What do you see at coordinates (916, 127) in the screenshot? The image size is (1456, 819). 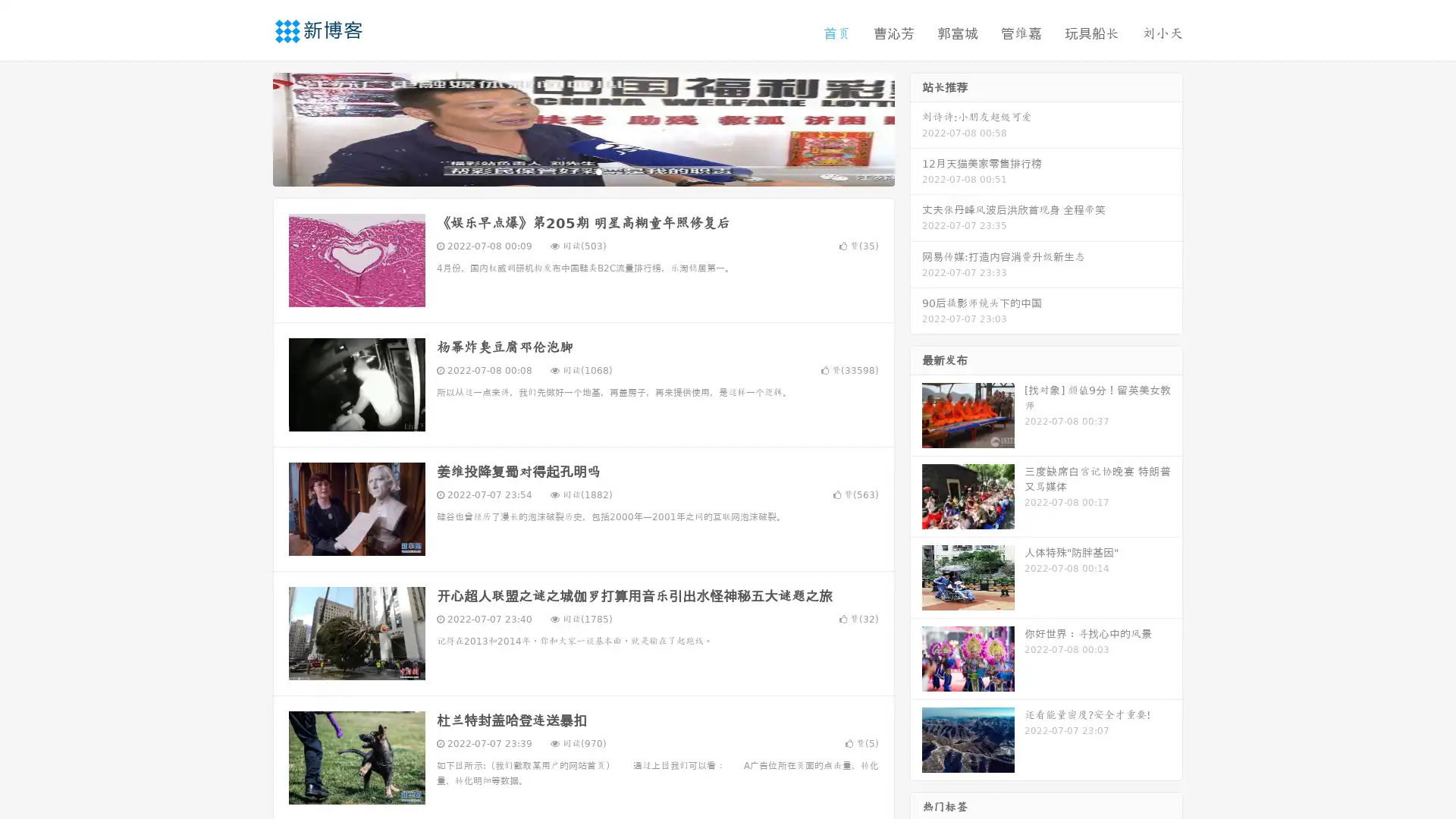 I see `Next slide` at bounding box center [916, 127].